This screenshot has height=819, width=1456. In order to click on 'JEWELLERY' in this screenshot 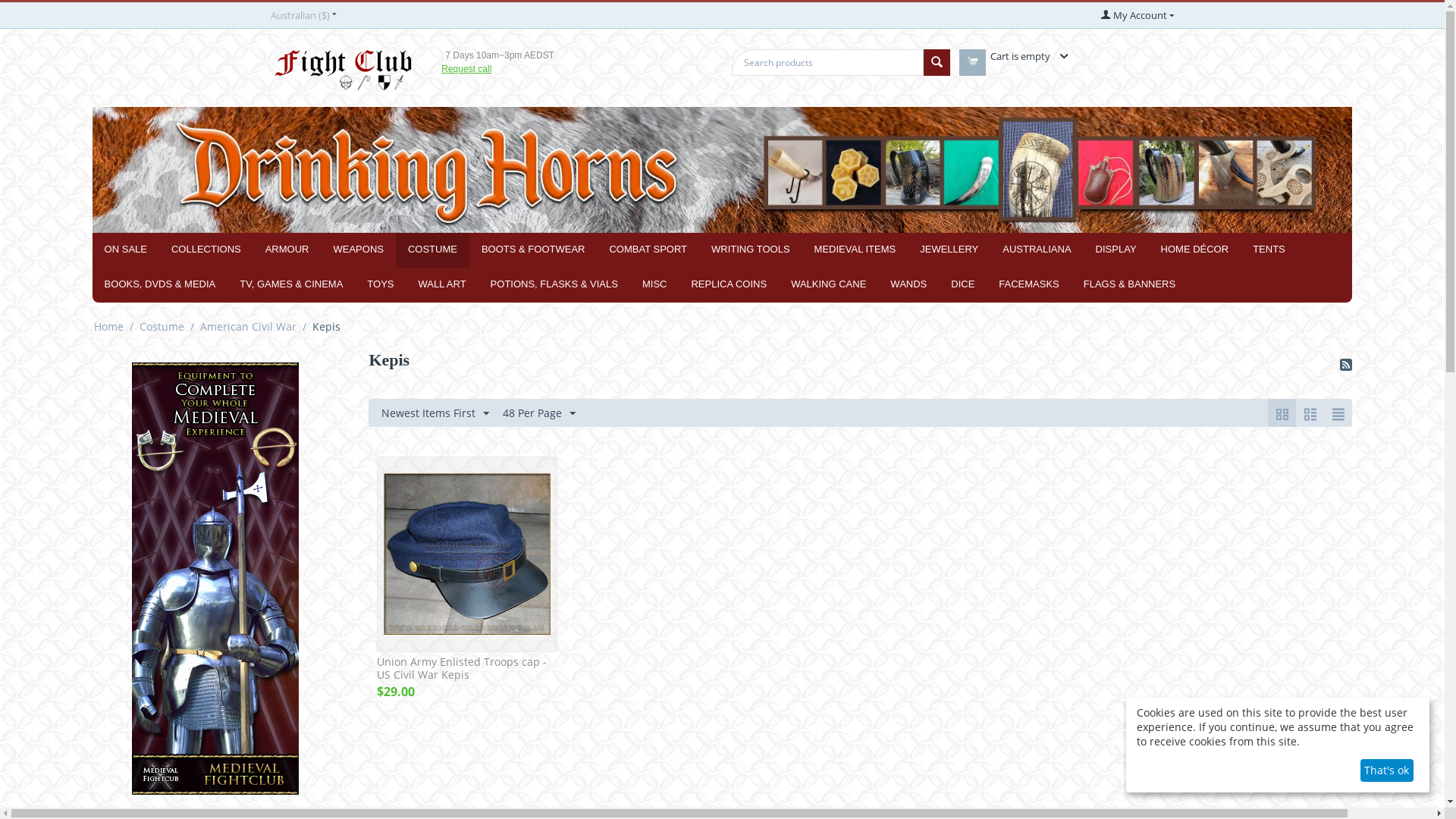, I will do `click(948, 249)`.